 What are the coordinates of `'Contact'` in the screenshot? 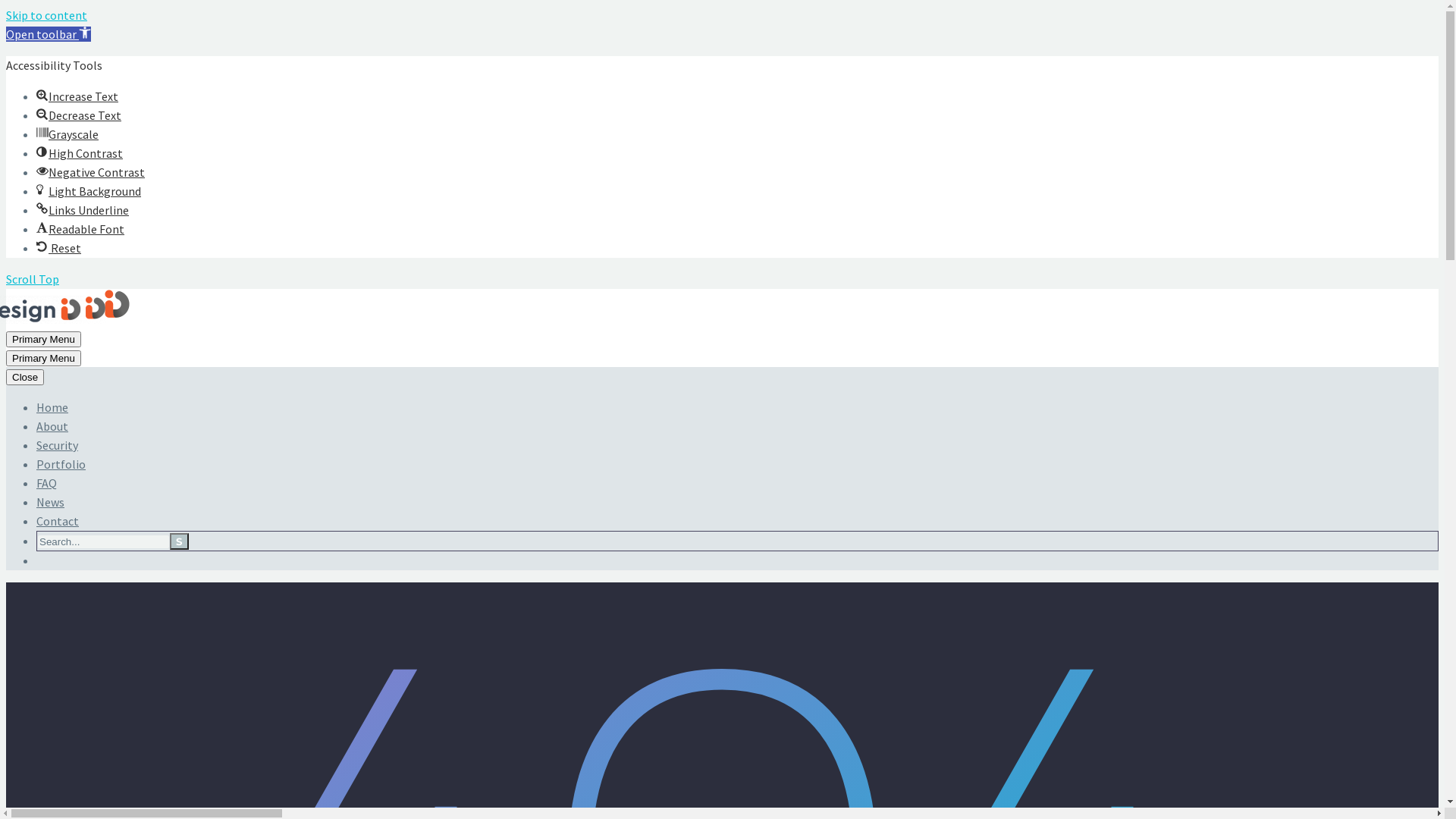 It's located at (58, 519).